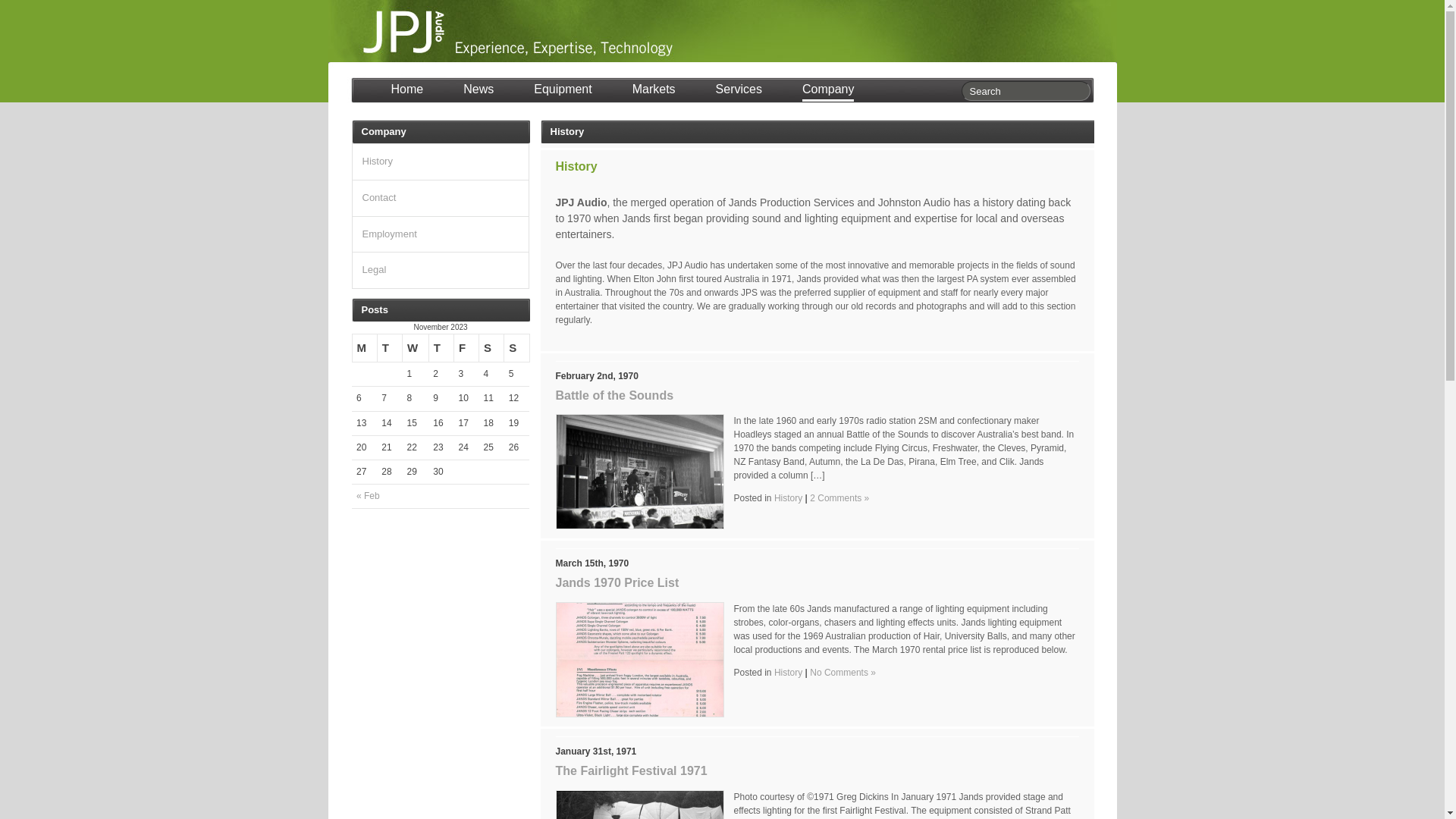  I want to click on 'Employment', so click(389, 234).